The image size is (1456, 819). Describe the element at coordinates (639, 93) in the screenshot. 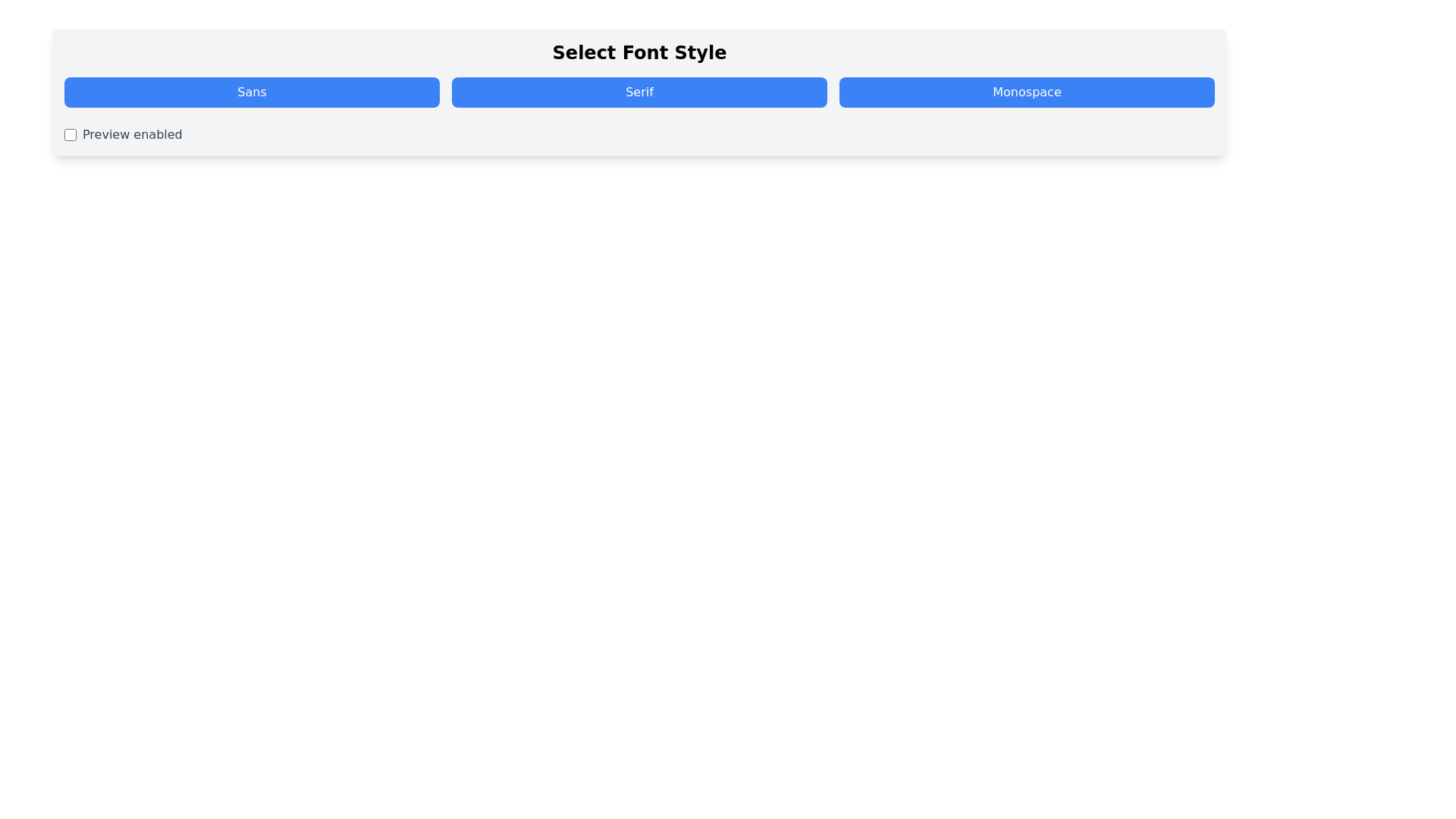

I see `the blue button labeled 'Serif' with rounded corners and white text` at that location.